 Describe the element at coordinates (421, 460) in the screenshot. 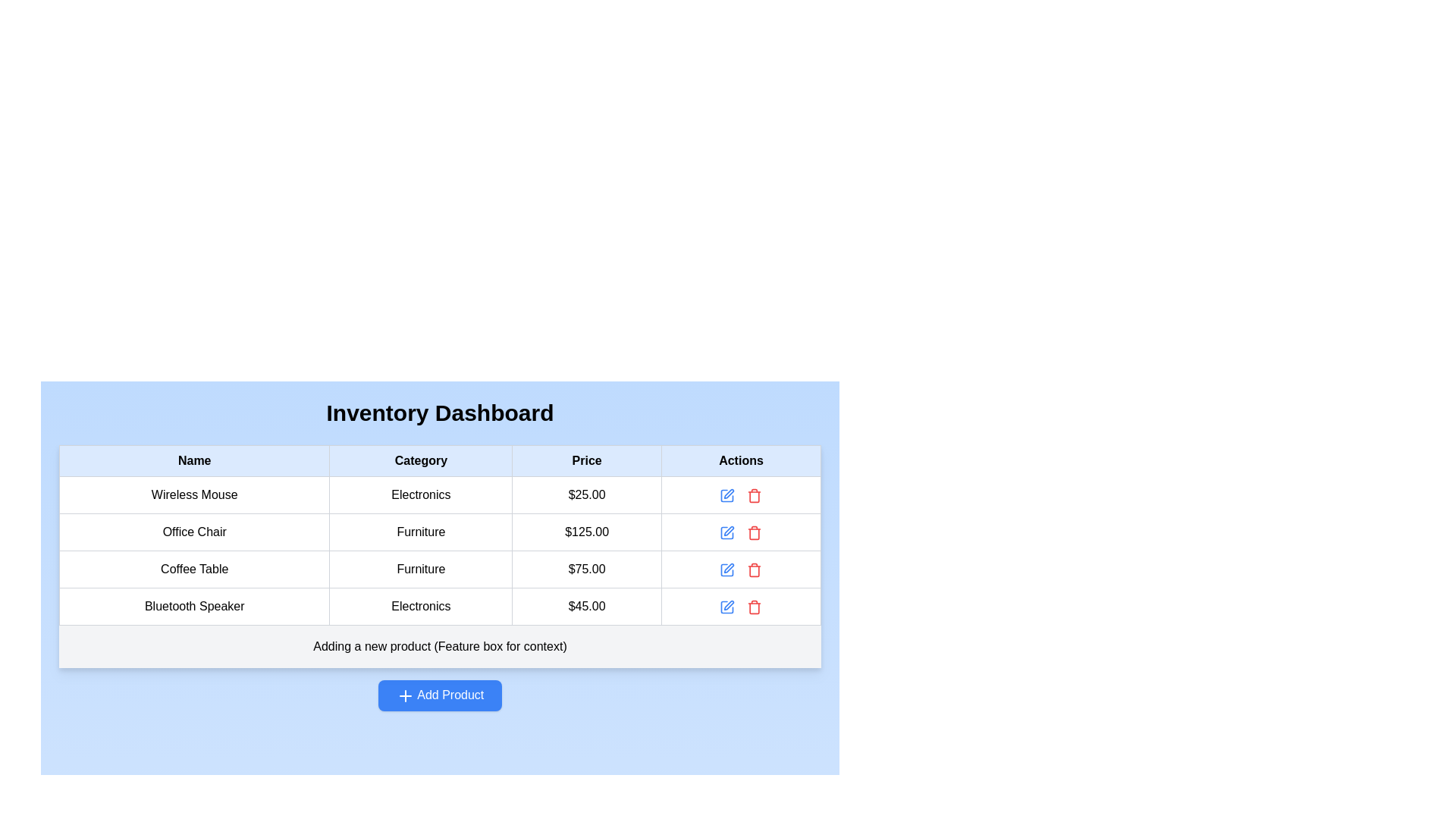

I see `the 'Category' header cell in the table, which is the second header cell from the left, providing labeling information for the data below` at that location.